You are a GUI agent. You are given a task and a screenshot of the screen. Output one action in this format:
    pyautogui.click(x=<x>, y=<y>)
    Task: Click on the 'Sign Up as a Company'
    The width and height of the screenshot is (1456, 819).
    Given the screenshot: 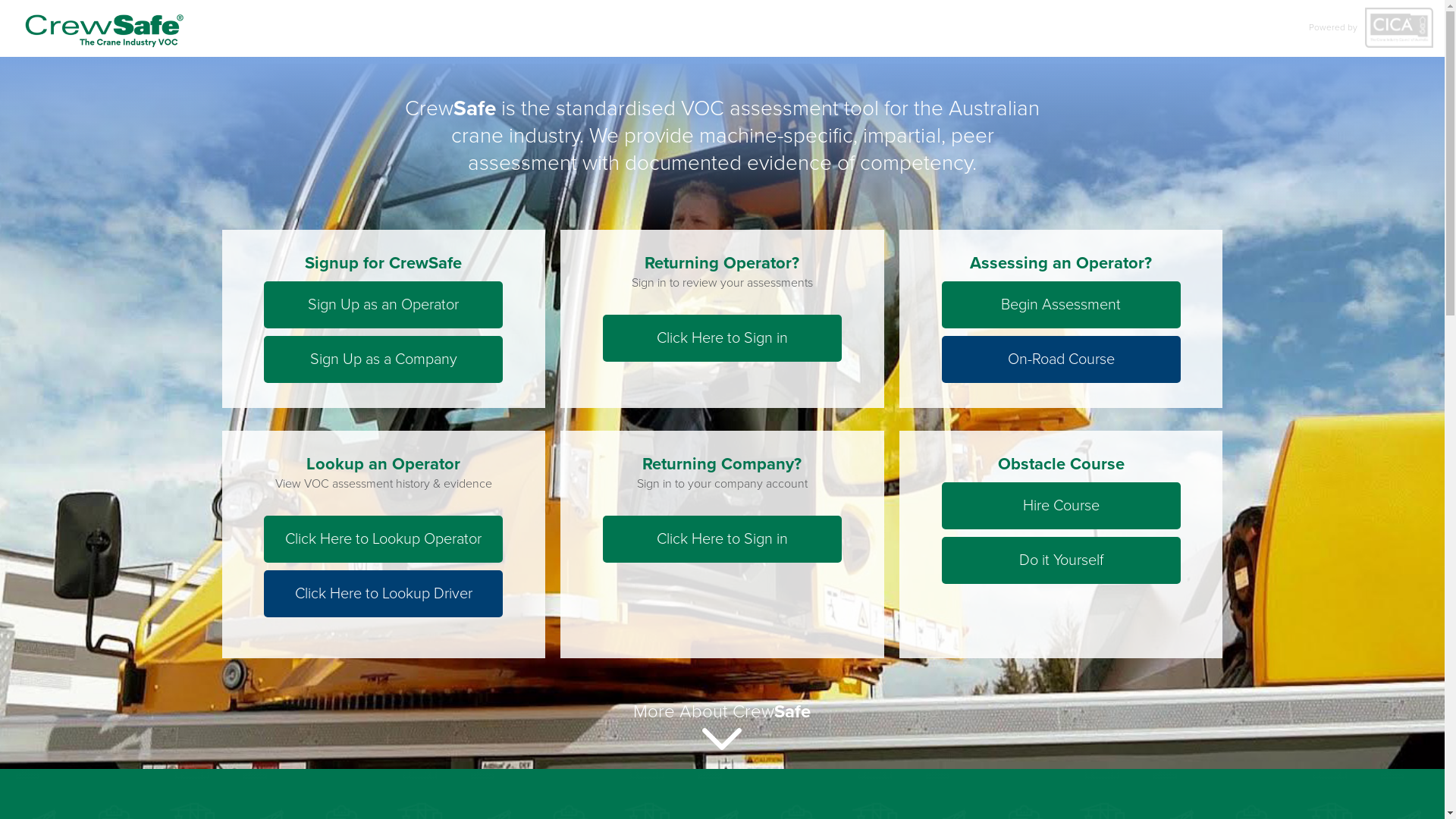 What is the action you would take?
    pyautogui.click(x=383, y=359)
    